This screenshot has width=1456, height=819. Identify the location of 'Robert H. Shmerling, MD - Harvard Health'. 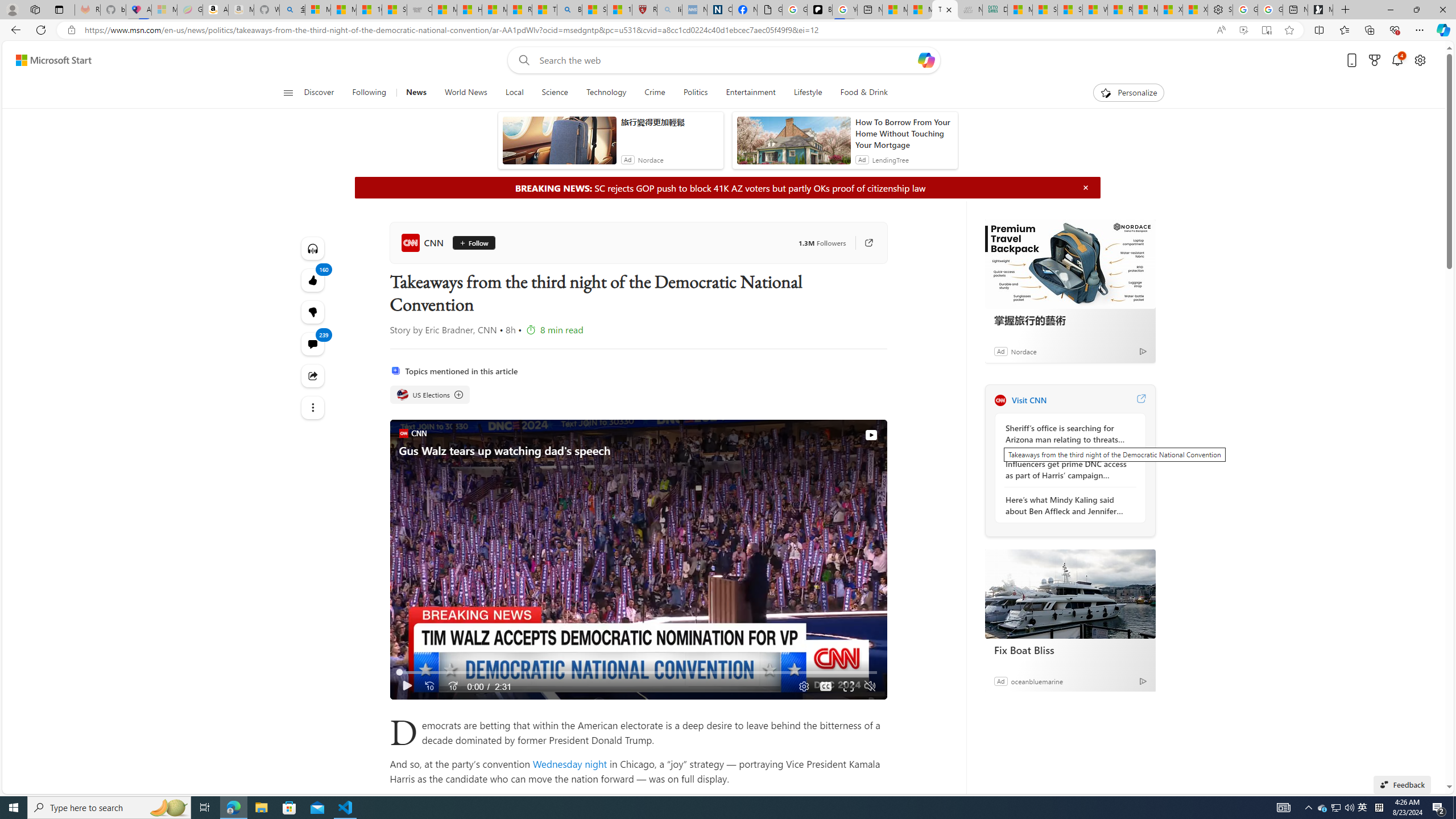
(644, 9).